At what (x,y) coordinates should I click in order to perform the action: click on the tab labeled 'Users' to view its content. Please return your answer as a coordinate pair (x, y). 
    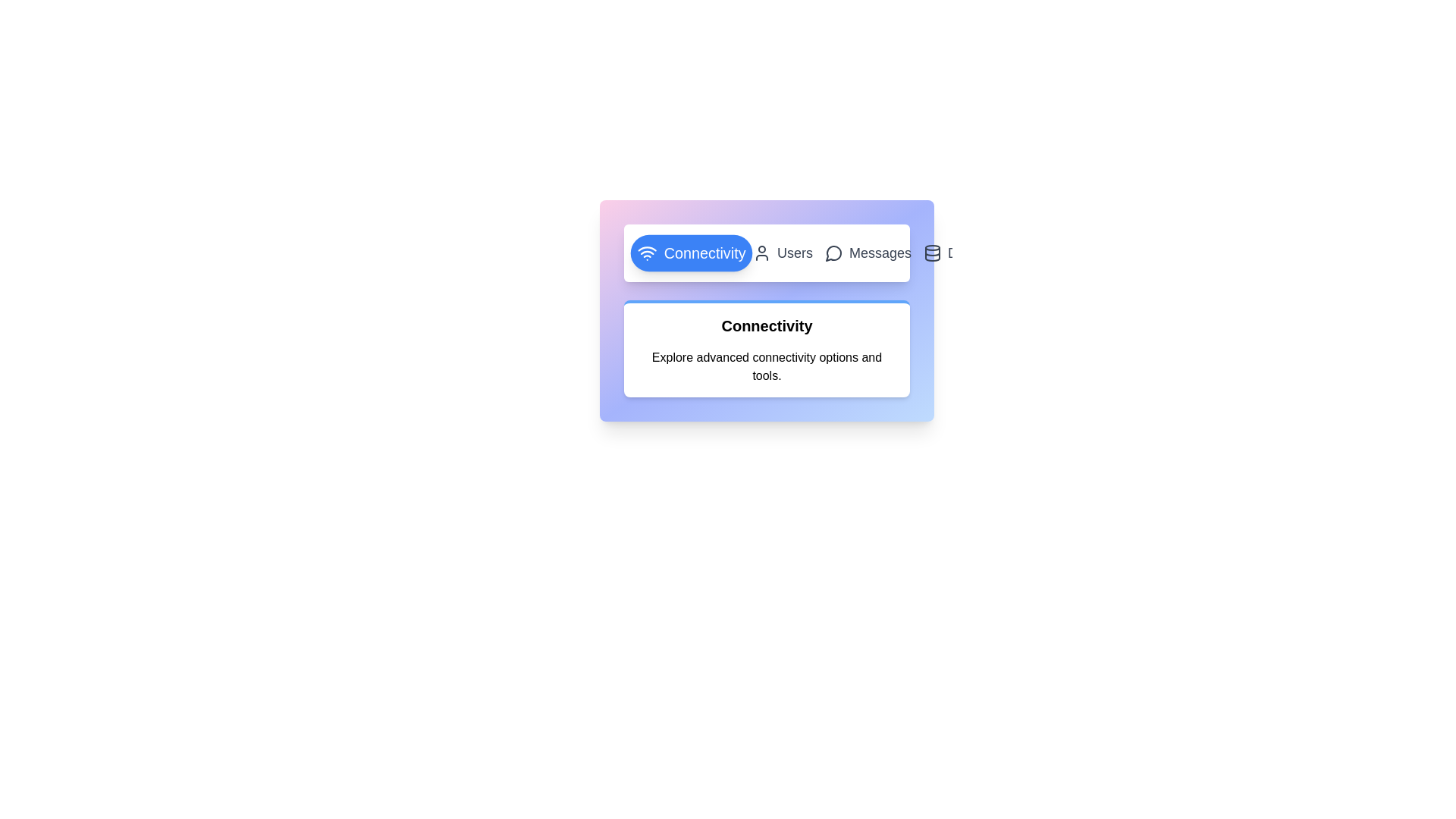
    Looking at the image, I should click on (783, 253).